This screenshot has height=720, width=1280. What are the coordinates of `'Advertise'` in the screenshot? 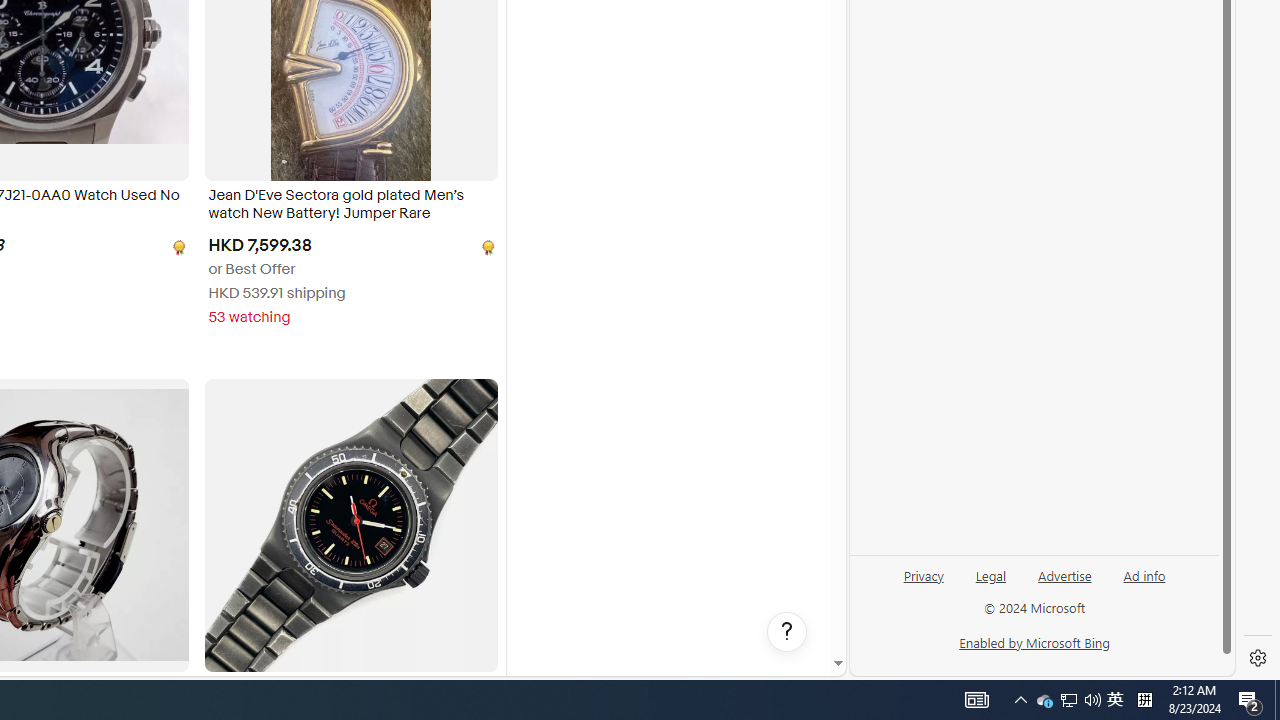 It's located at (1063, 574).